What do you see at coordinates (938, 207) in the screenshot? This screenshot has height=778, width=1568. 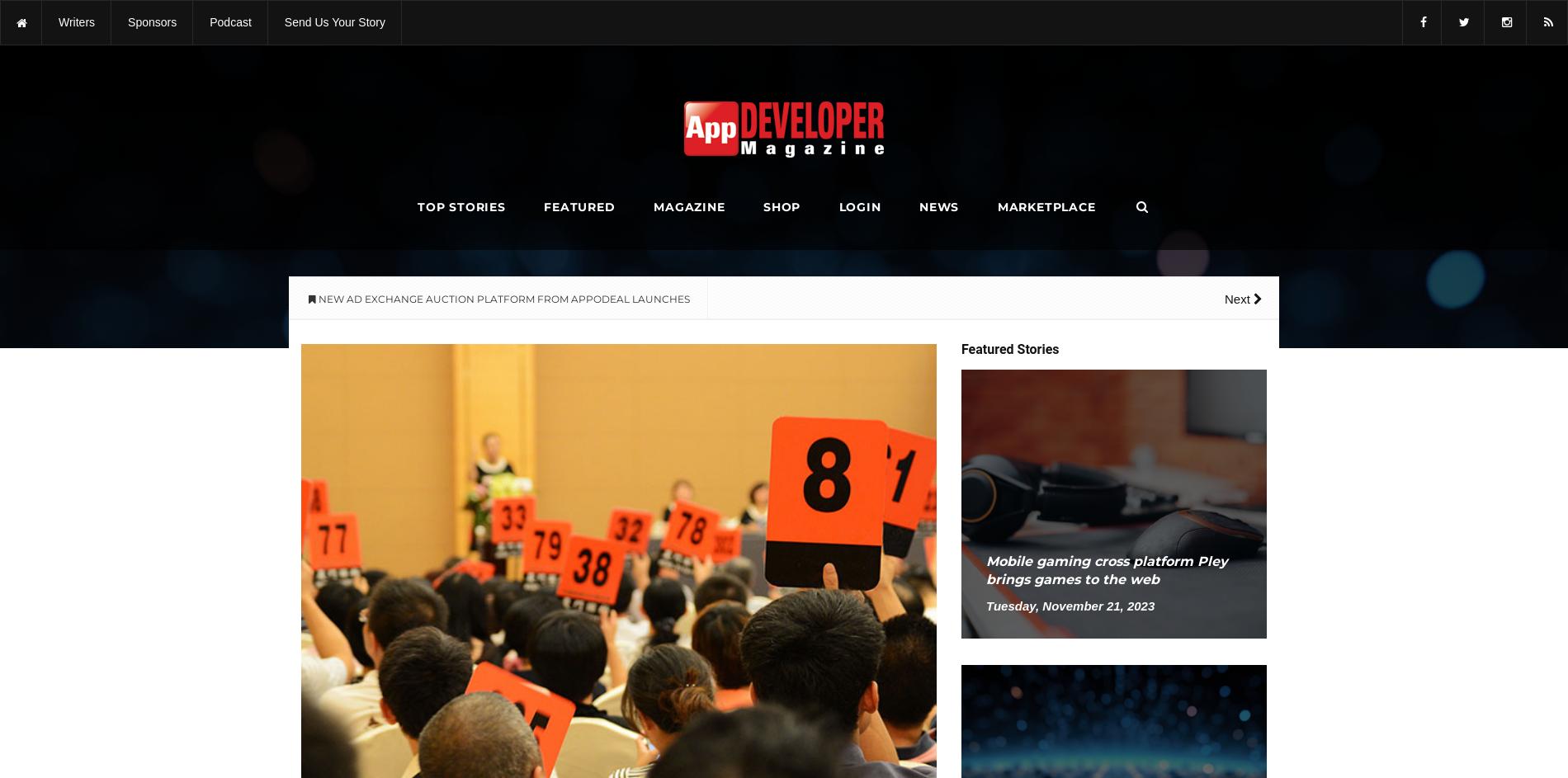 I see `'News'` at bounding box center [938, 207].